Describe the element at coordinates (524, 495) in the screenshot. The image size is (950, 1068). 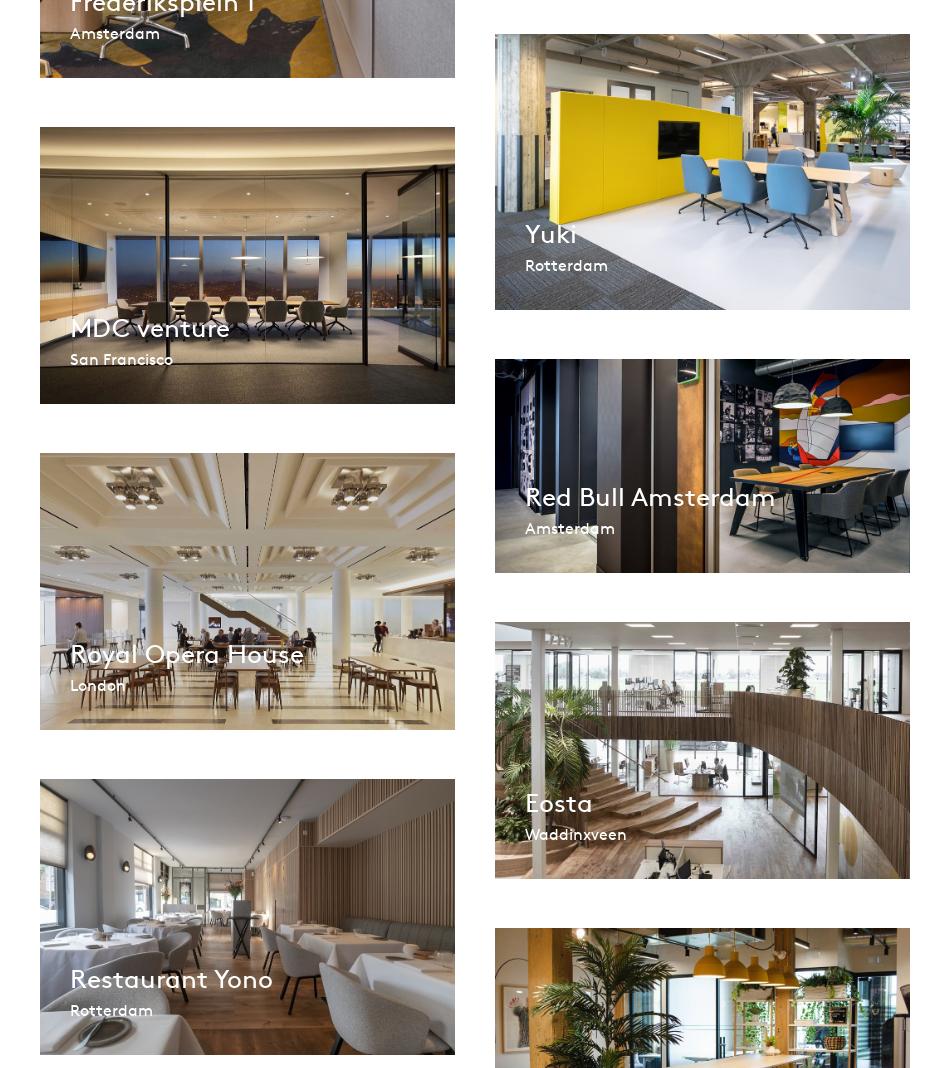
I see `'Red Bull Amsterdam'` at that location.